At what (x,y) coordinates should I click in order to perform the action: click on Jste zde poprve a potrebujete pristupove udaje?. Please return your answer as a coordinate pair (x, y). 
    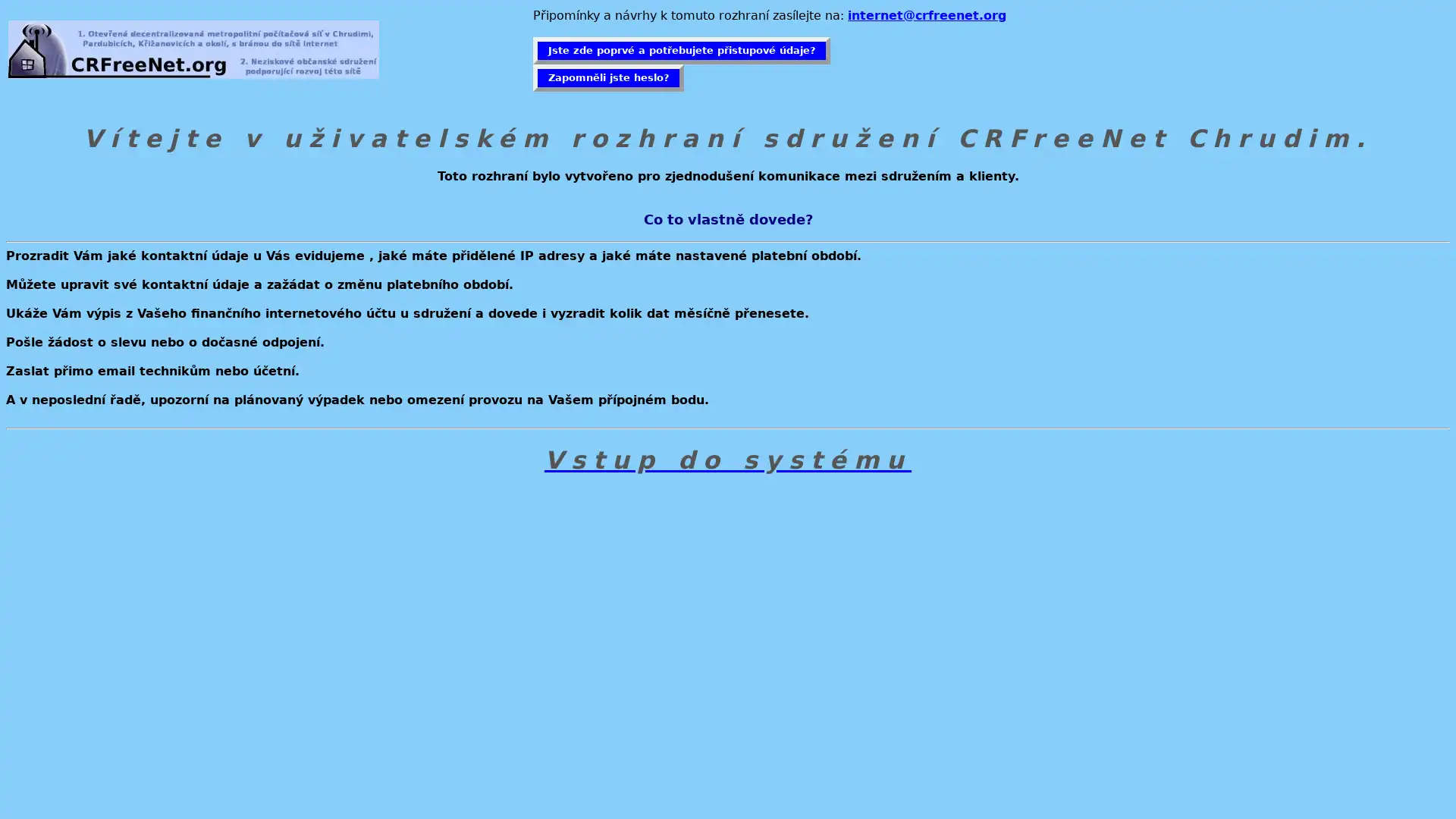
    Looking at the image, I should click on (680, 49).